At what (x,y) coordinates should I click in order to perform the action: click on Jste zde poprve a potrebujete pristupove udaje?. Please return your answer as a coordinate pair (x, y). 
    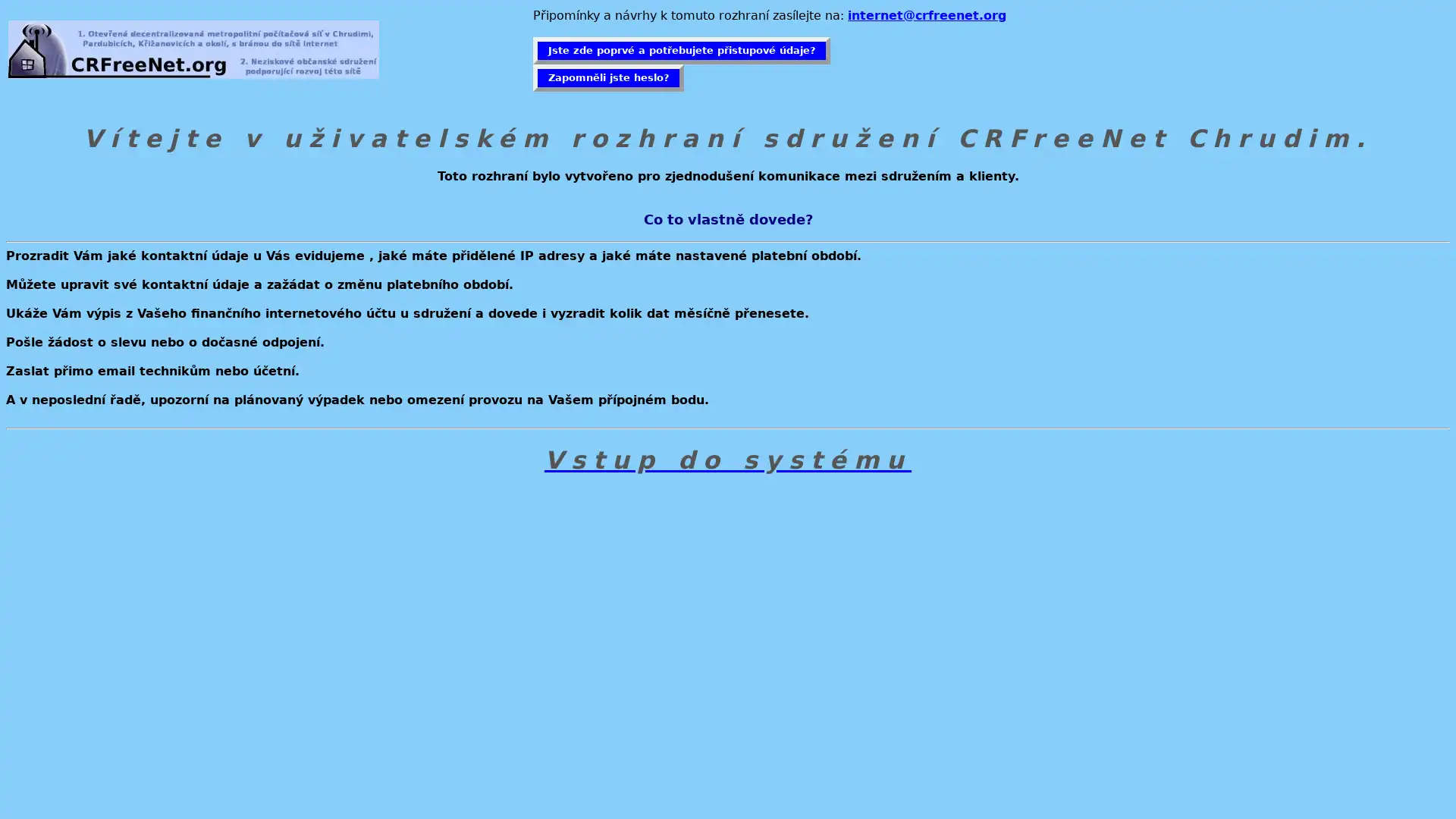
    Looking at the image, I should click on (680, 49).